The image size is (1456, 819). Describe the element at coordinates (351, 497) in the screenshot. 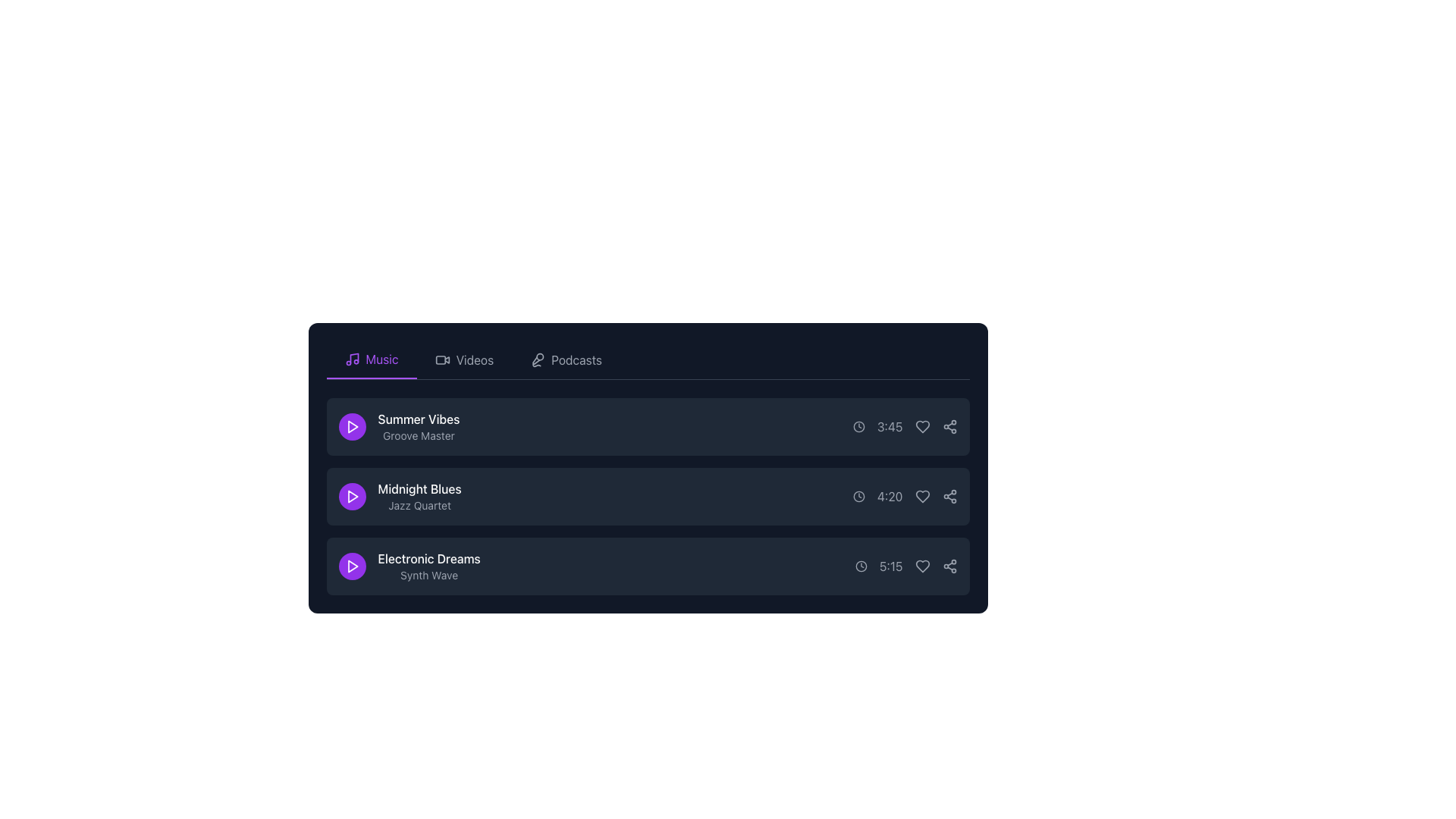

I see `the triangular 'Play' icon within the purple circular button located at the leftmost side of the 'Summer Vibes' entry to play the associated media` at that location.